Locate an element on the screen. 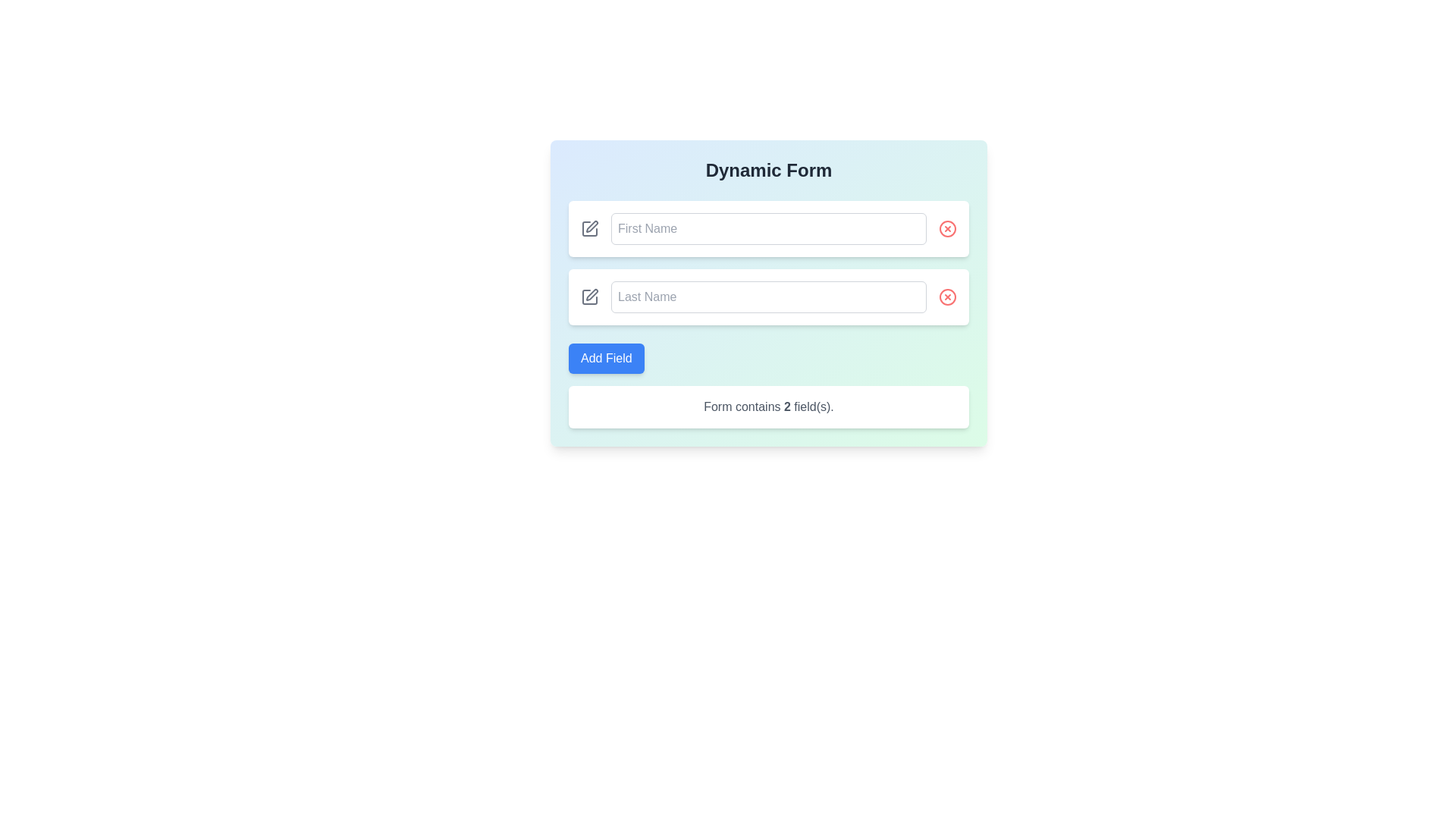  the blue 'Add Field' button located below the input fields for 'First Name' and 'Last Name' is located at coordinates (605, 359).